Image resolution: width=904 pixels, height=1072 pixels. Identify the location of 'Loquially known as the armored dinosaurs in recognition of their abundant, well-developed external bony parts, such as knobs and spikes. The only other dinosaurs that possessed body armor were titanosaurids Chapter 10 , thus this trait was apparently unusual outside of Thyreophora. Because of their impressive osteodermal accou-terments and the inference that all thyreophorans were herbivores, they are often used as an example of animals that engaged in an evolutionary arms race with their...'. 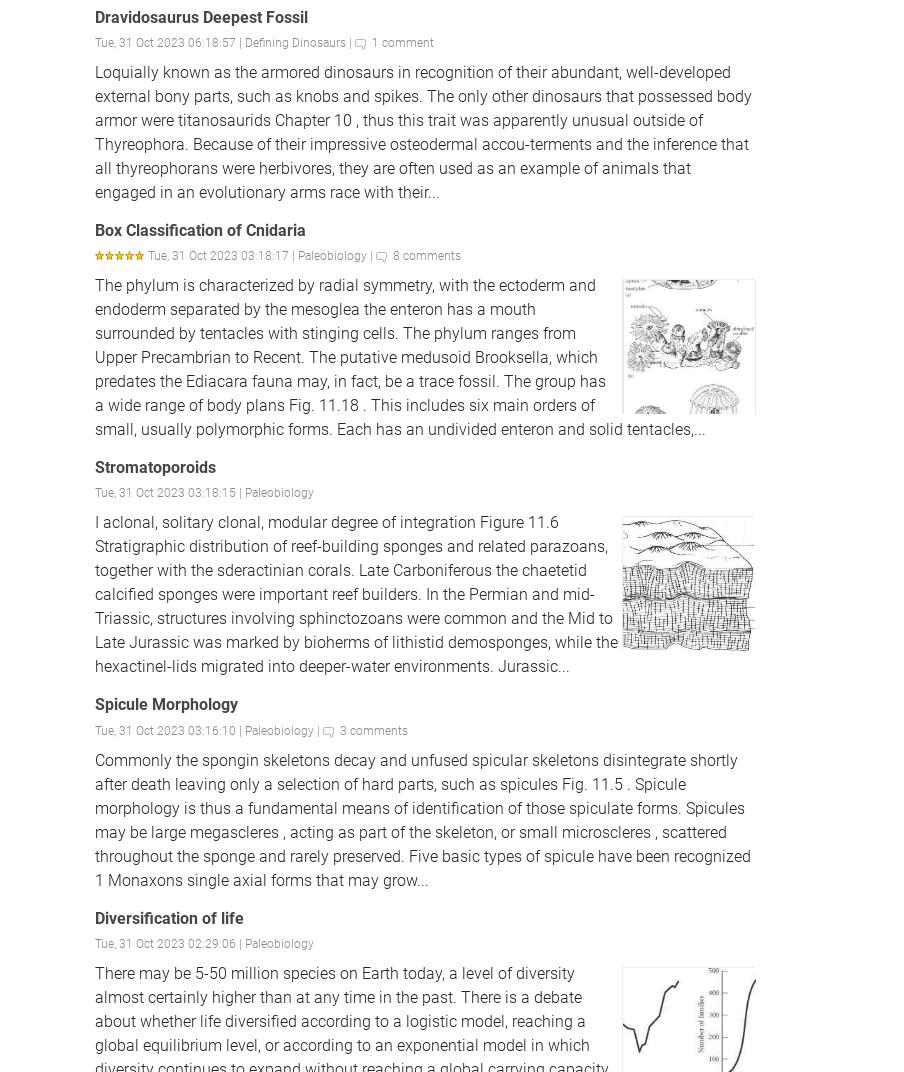
(423, 132).